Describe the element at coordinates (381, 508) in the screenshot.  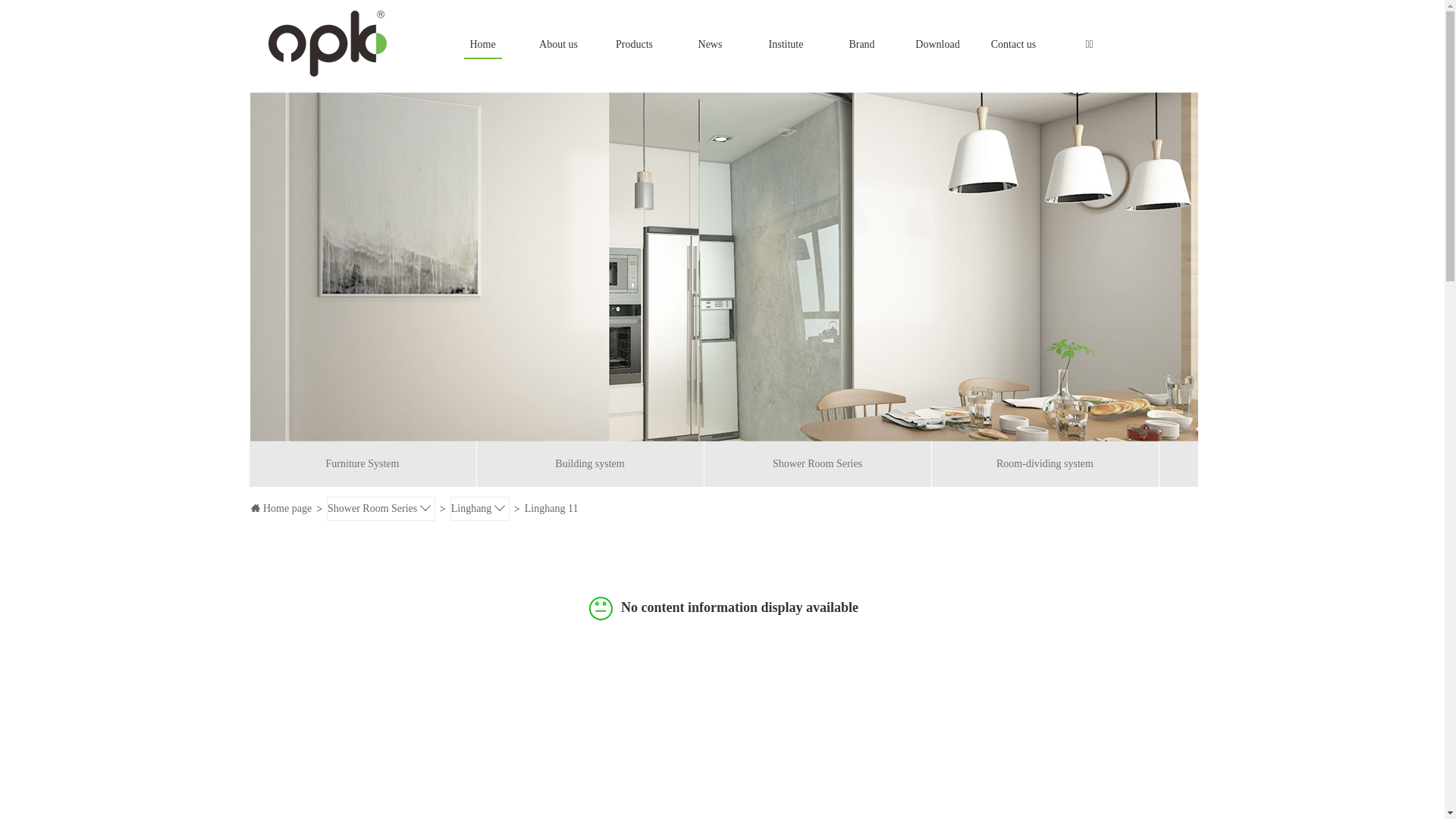
I see `'Shower Room Series'` at that location.